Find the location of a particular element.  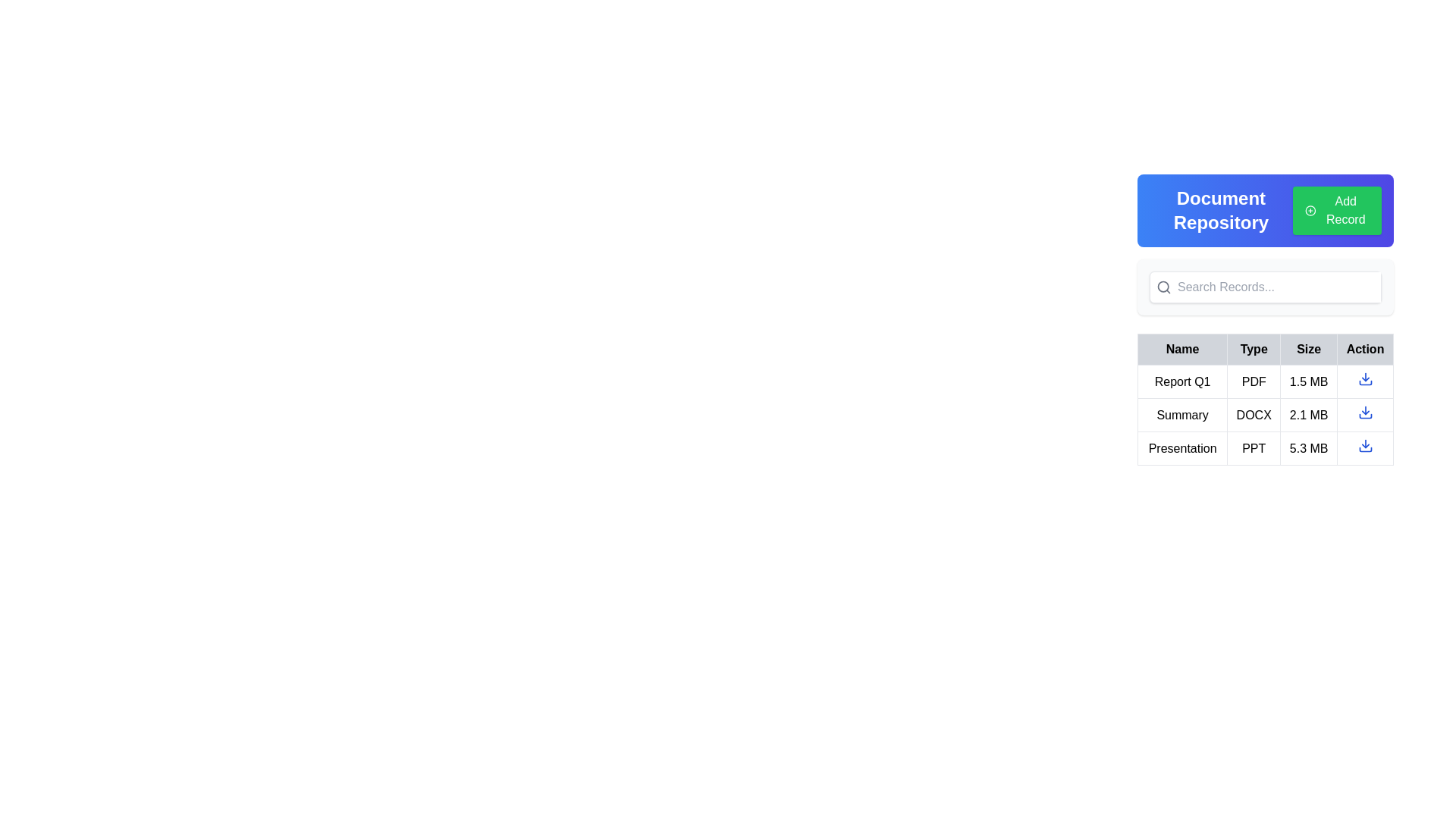

the circular element of the search icon, which visually represents a magnifying glass is located at coordinates (1163, 287).